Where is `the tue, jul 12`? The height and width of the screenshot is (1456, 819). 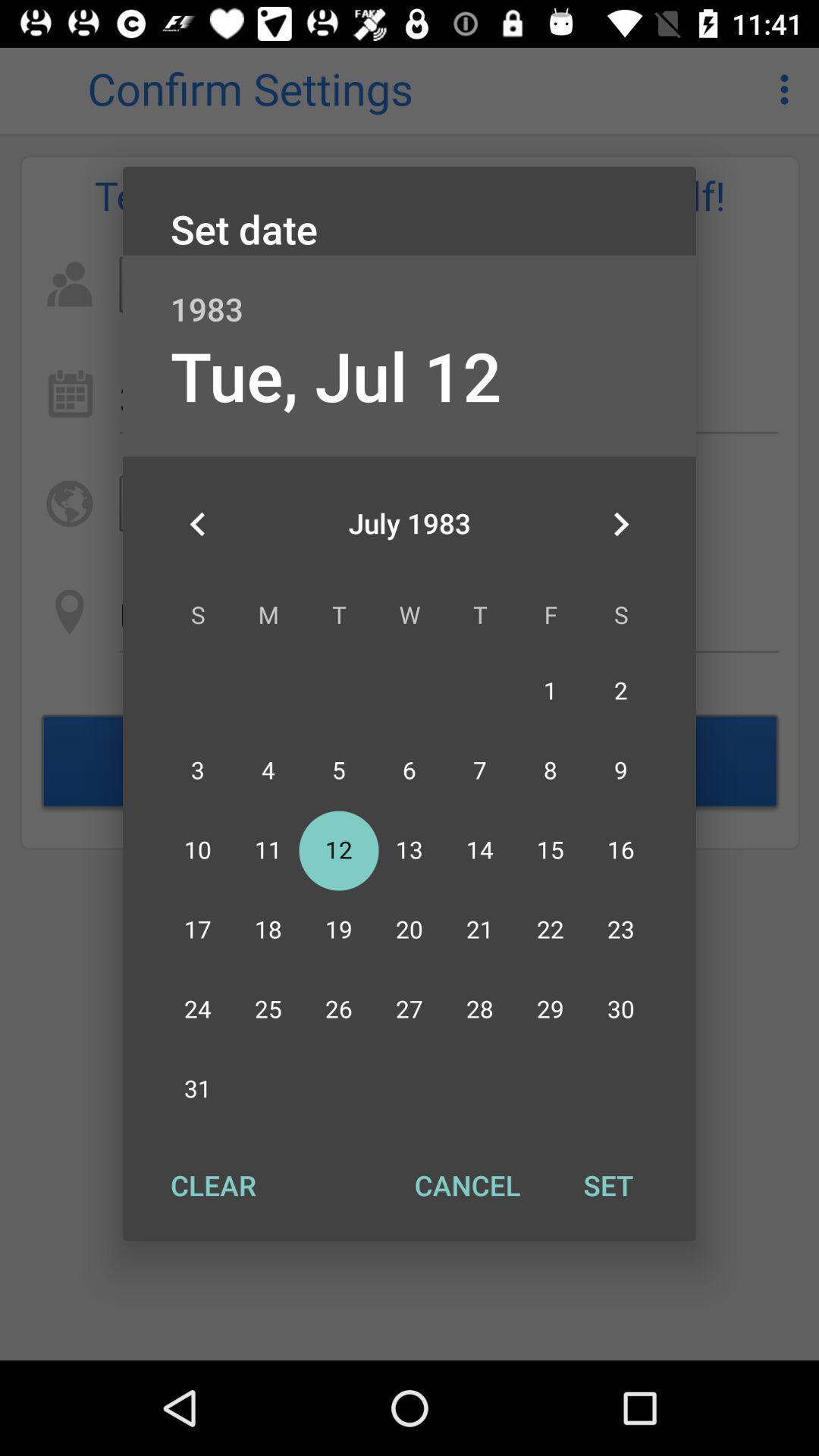
the tue, jul 12 is located at coordinates (335, 375).